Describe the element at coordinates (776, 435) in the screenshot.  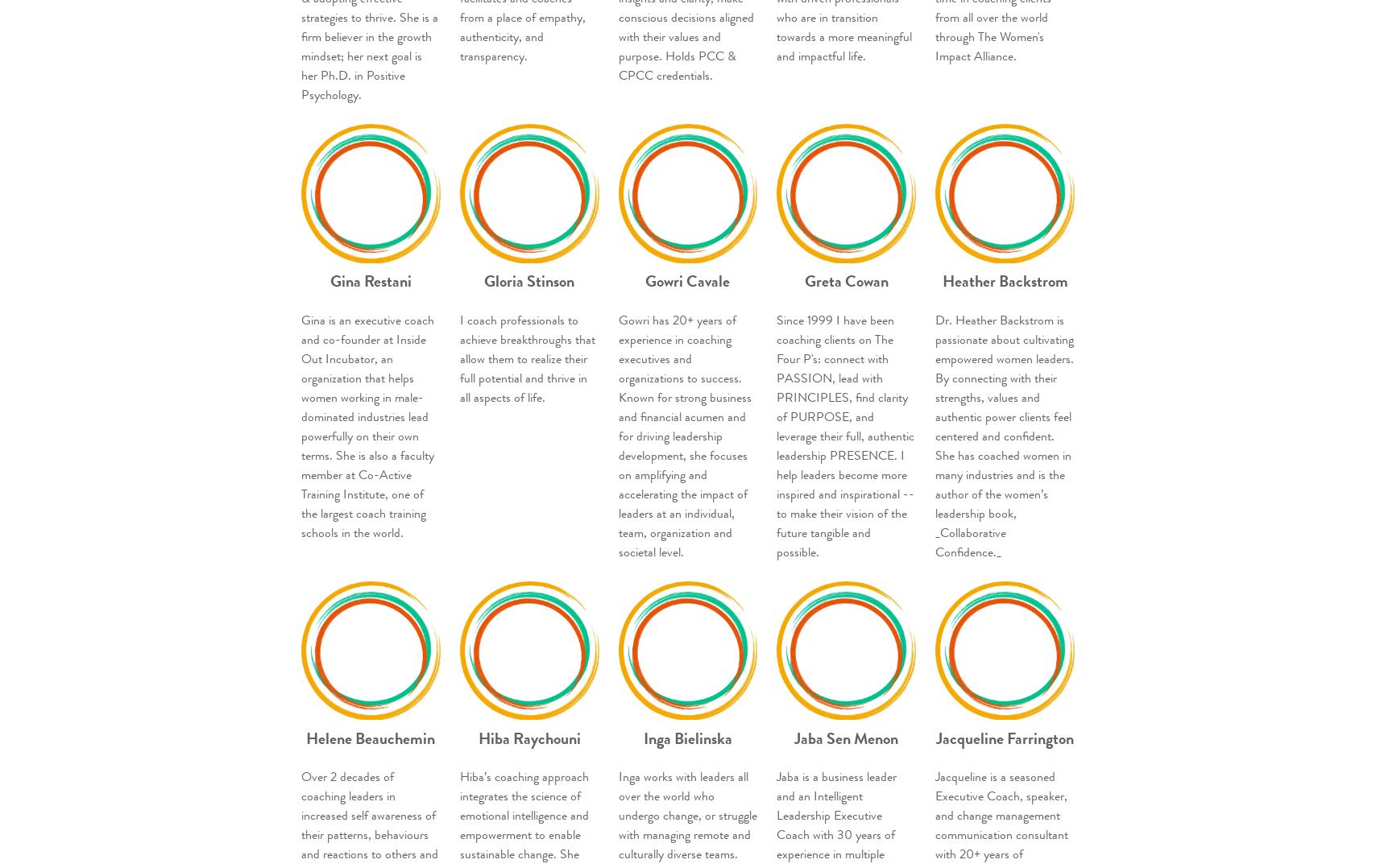
I see `'Since 1999 I have been coaching clients on The Four P's: connect with PASSION, lead with PRINCIPLES, find clarity of PURPOSE, and leverage their full, authentic leadership PRESENCE. I help leaders become more inspired and inspirational -- to make their vision of the future tangible and possible.'` at that location.